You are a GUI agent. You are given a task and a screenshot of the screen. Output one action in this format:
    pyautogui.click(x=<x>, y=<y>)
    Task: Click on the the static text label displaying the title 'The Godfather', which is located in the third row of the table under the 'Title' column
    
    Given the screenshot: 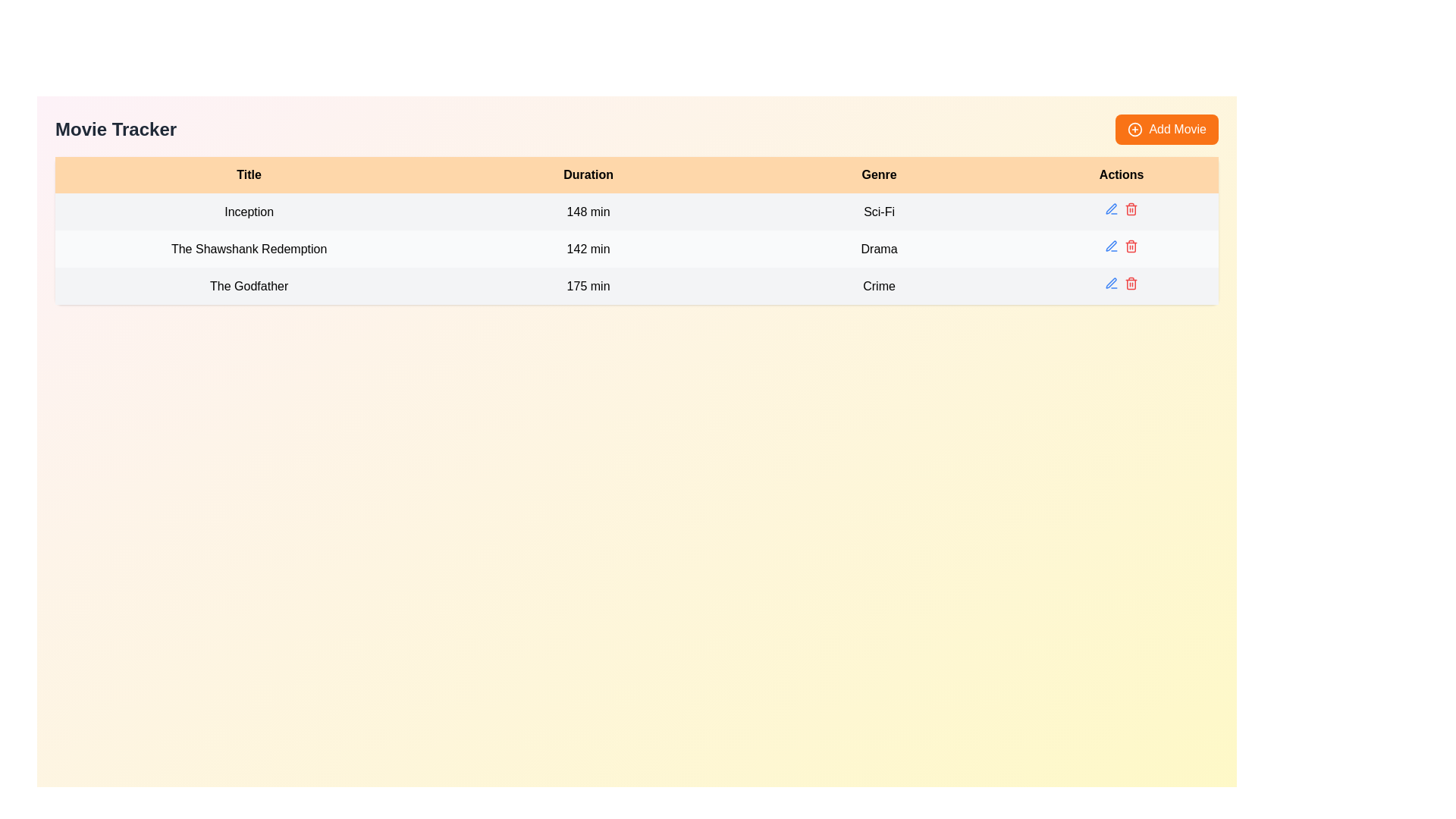 What is the action you would take?
    pyautogui.click(x=249, y=286)
    